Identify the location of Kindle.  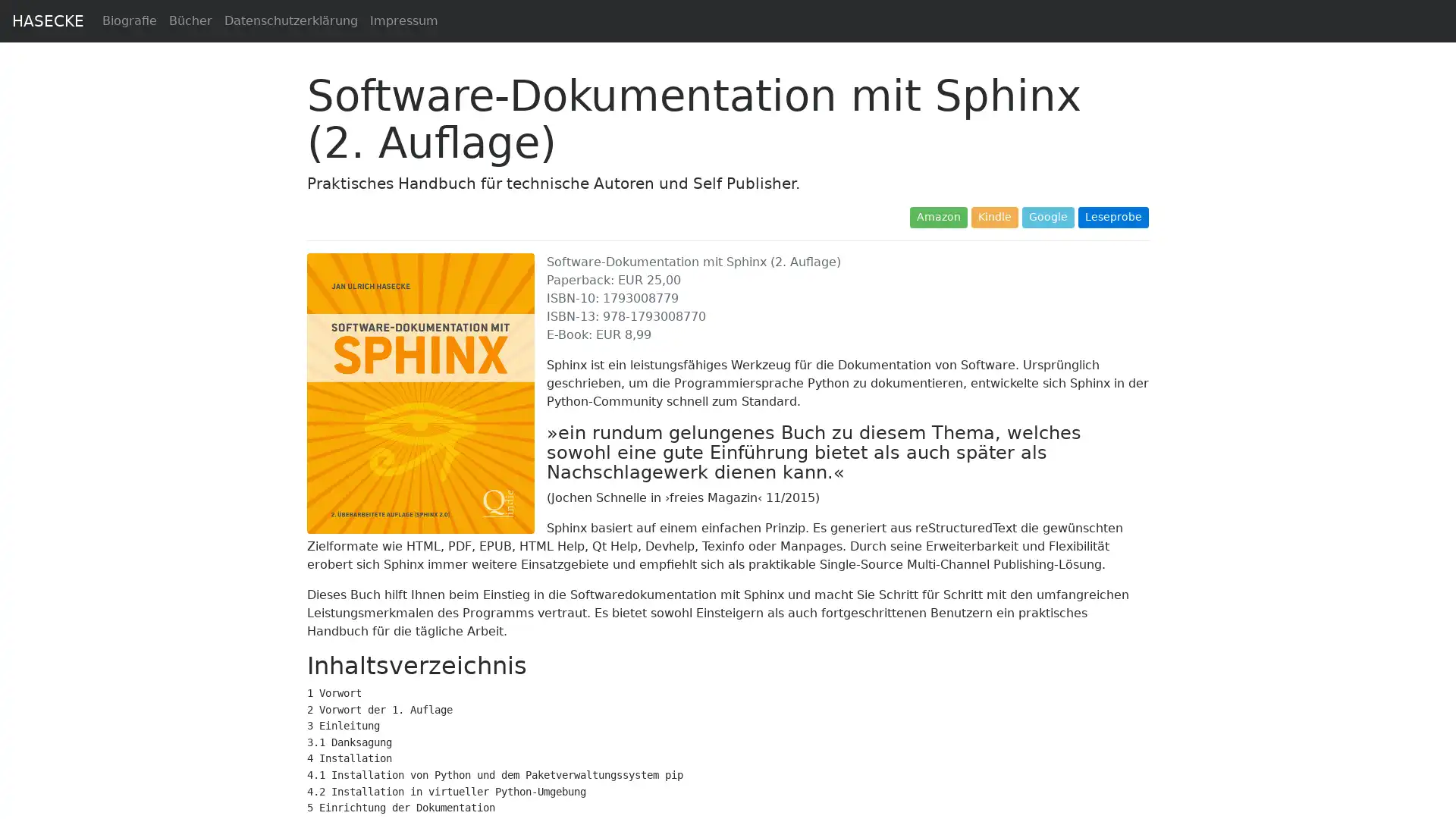
(994, 217).